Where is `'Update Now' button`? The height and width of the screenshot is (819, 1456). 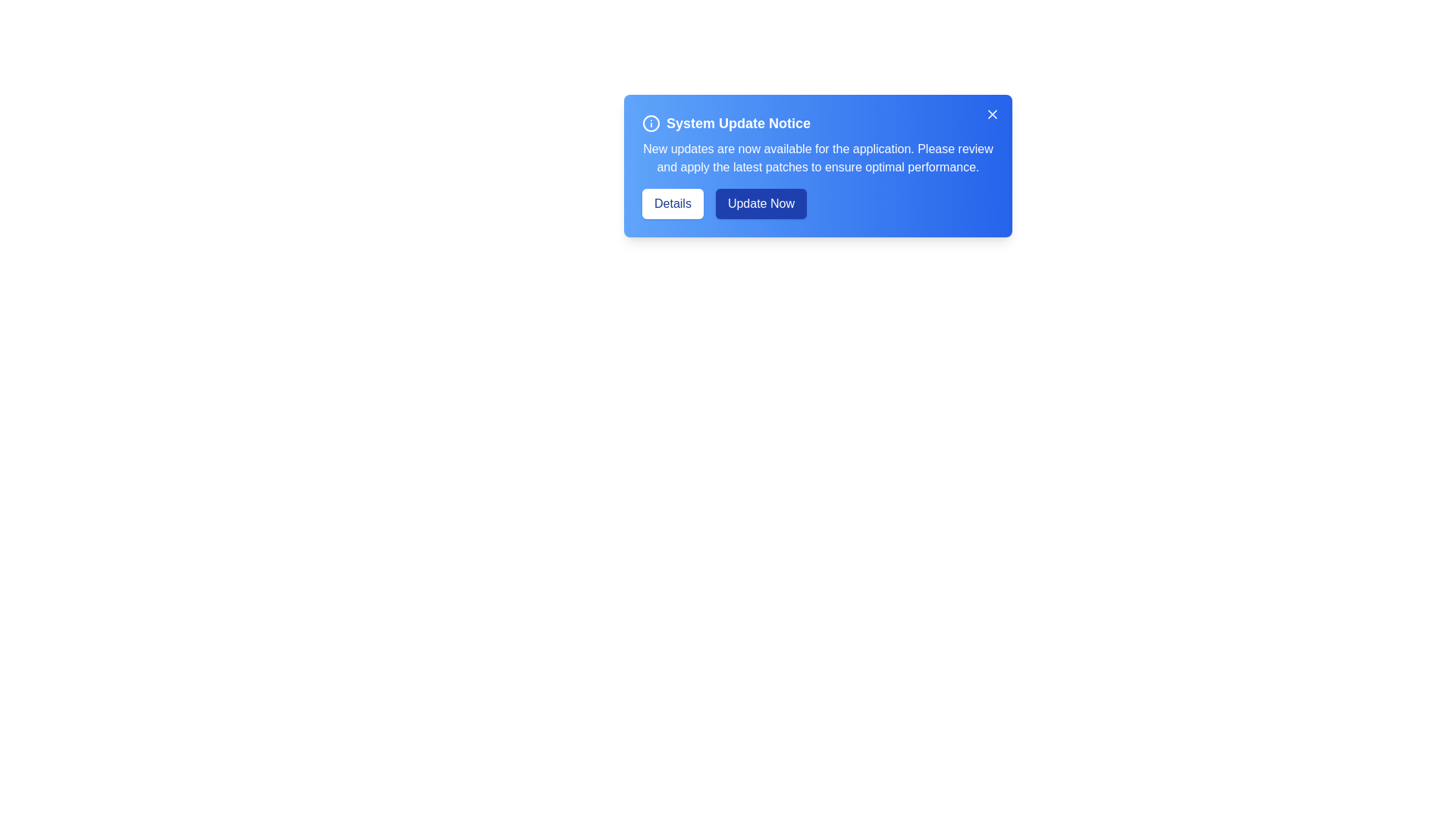 'Update Now' button is located at coordinates (761, 203).